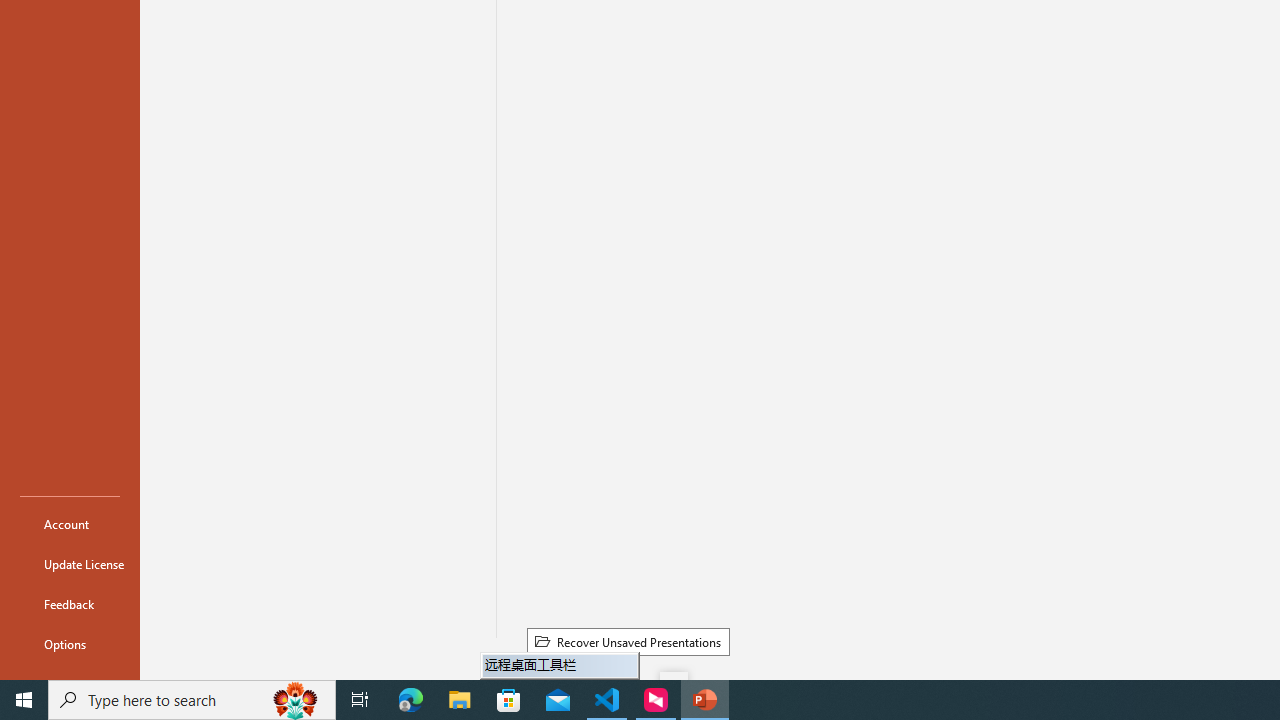 Image resolution: width=1280 pixels, height=720 pixels. What do you see at coordinates (69, 644) in the screenshot?
I see `'Options'` at bounding box center [69, 644].